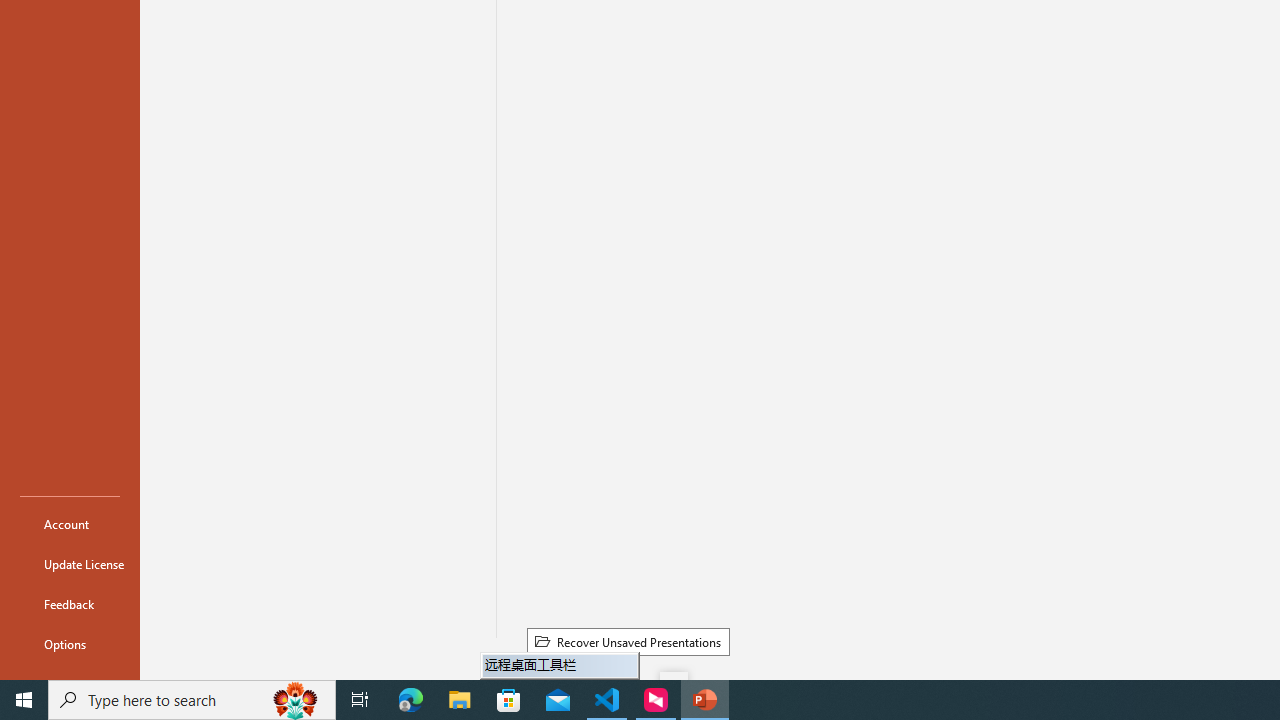 Image resolution: width=1280 pixels, height=720 pixels. What do you see at coordinates (69, 644) in the screenshot?
I see `'Options'` at bounding box center [69, 644].